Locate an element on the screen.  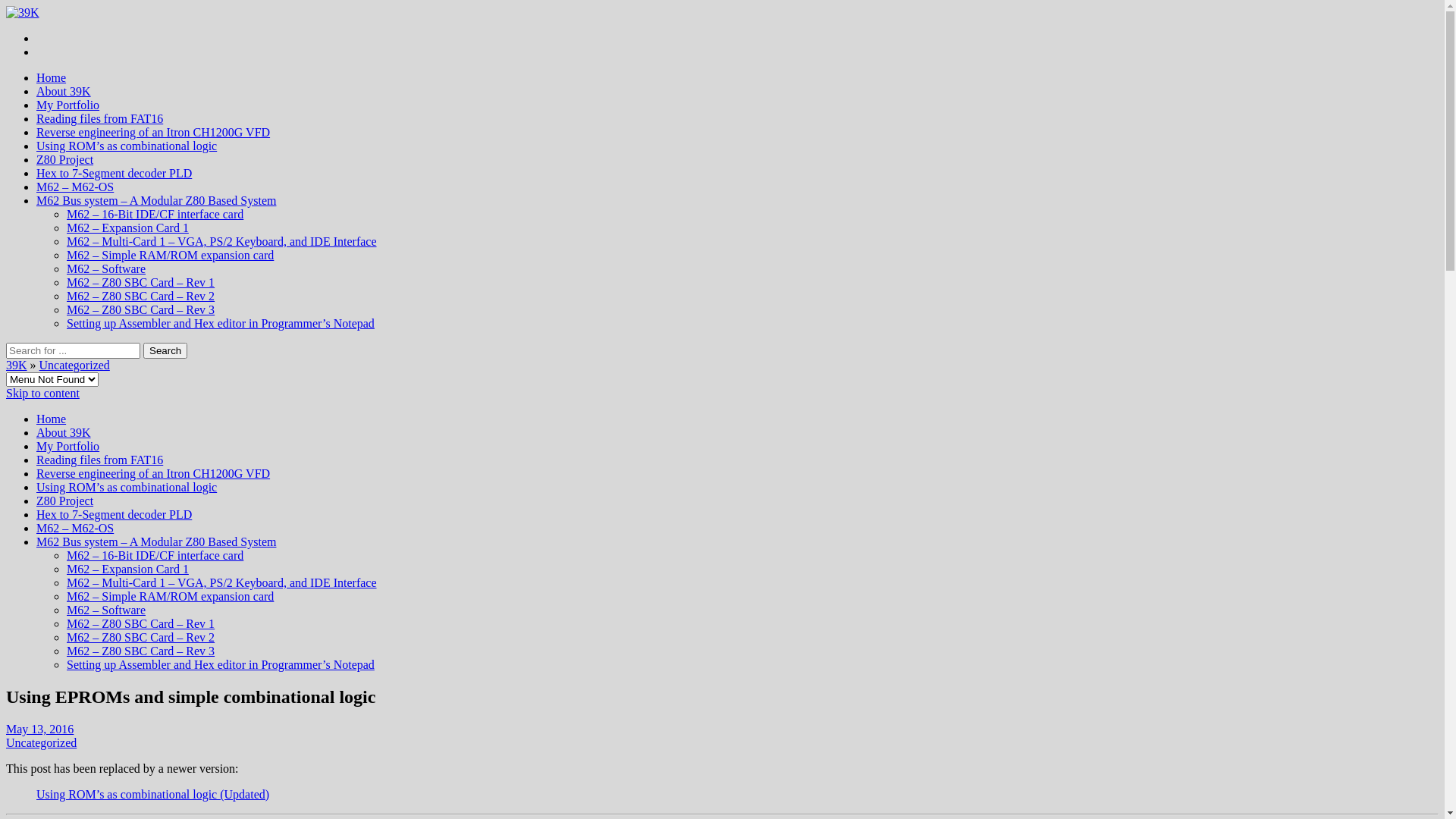
'About 39K' is located at coordinates (62, 432).